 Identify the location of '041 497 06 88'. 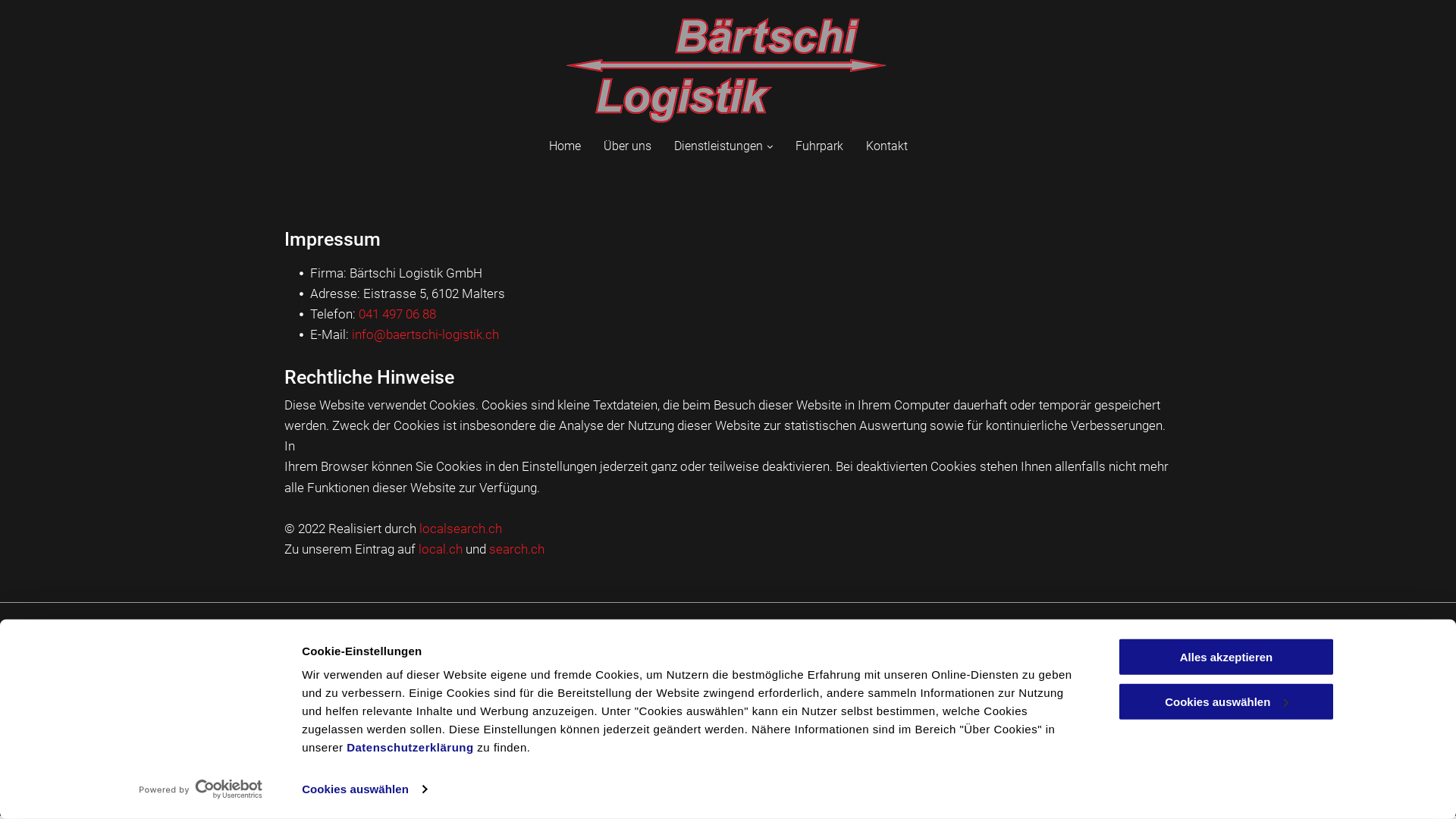
(358, 312).